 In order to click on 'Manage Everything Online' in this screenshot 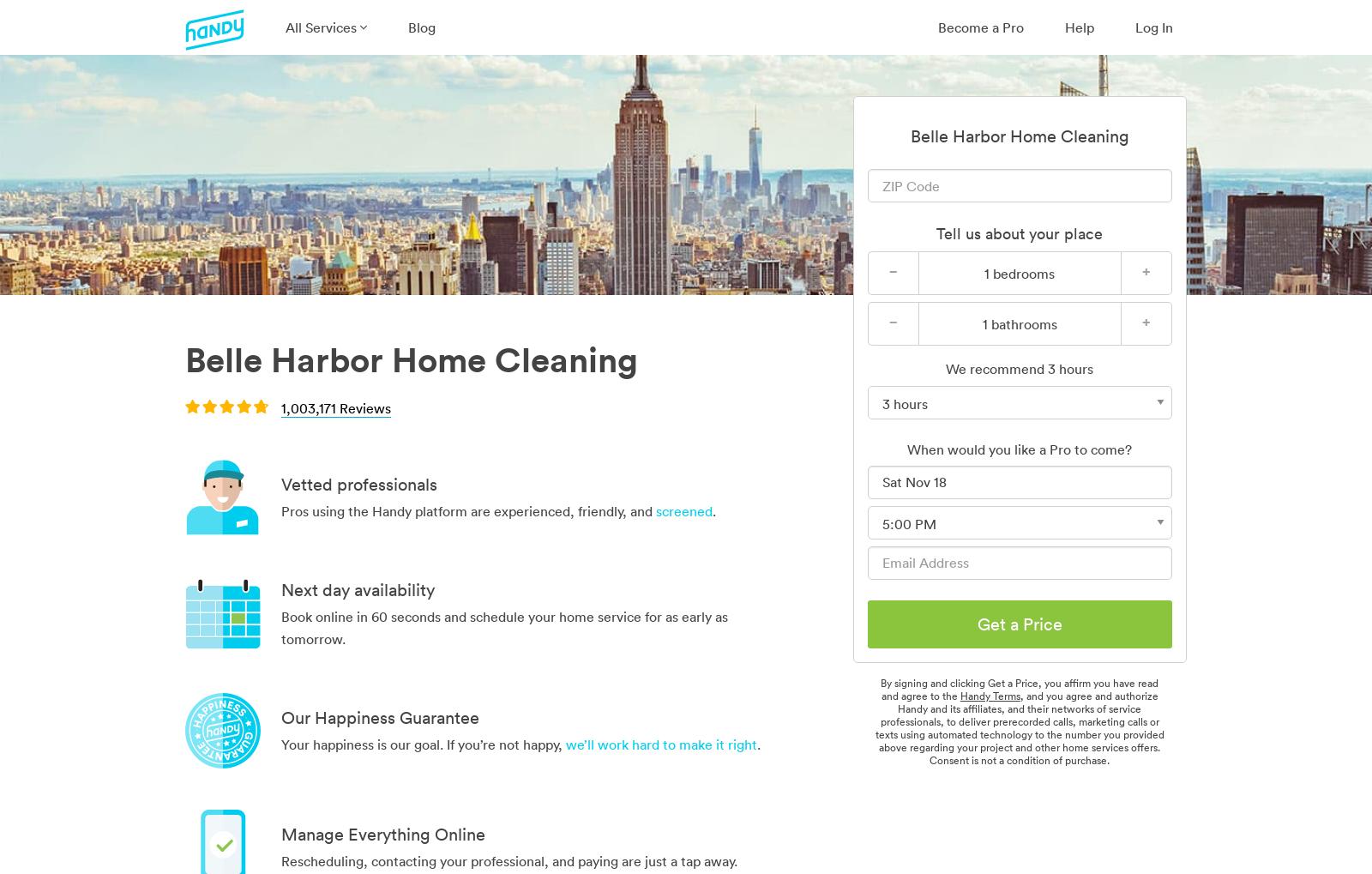, I will do `click(382, 833)`.